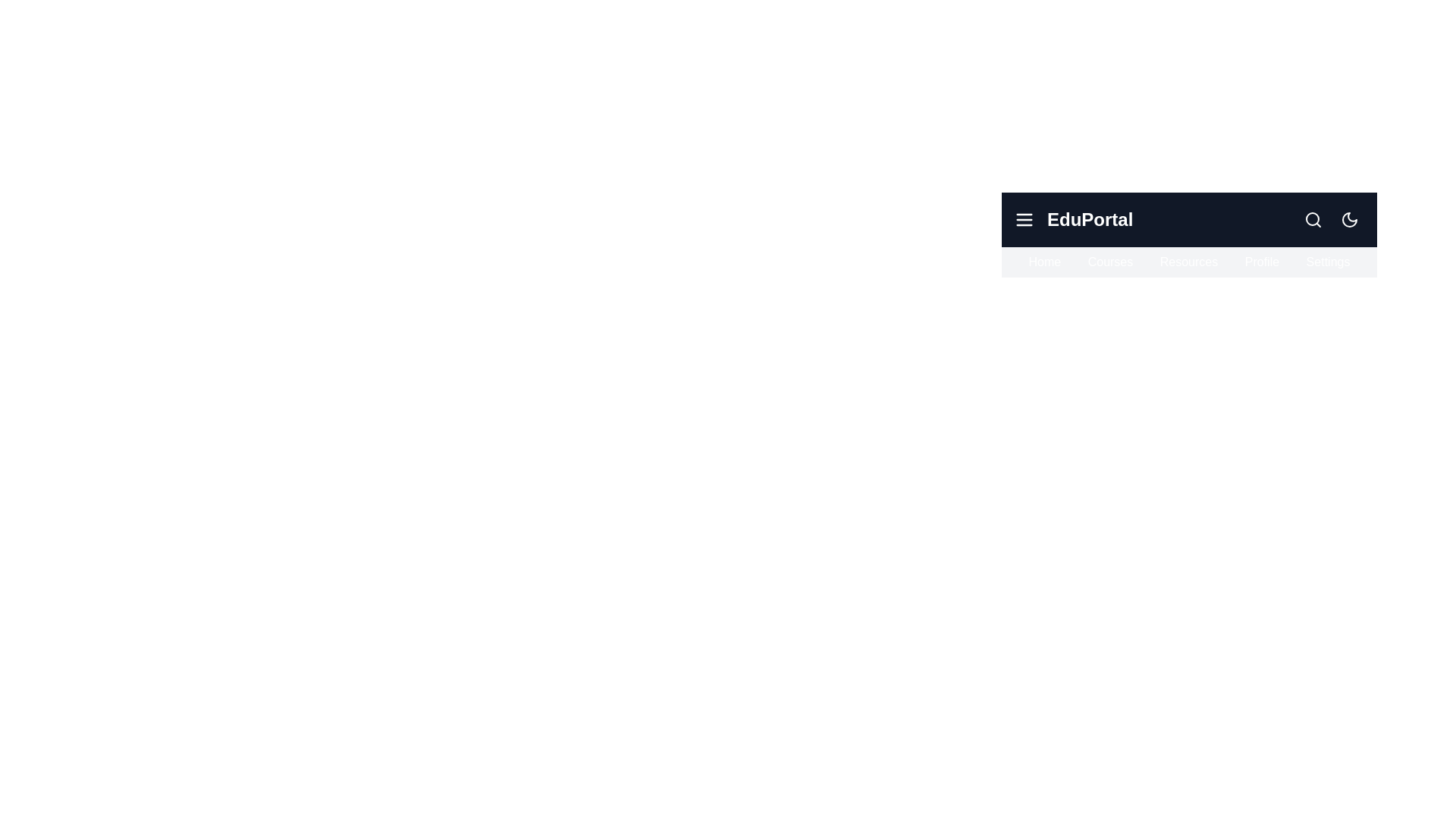 The image size is (1456, 819). Describe the element at coordinates (1350, 219) in the screenshot. I see `the toggle button to switch between dark and light modes` at that location.